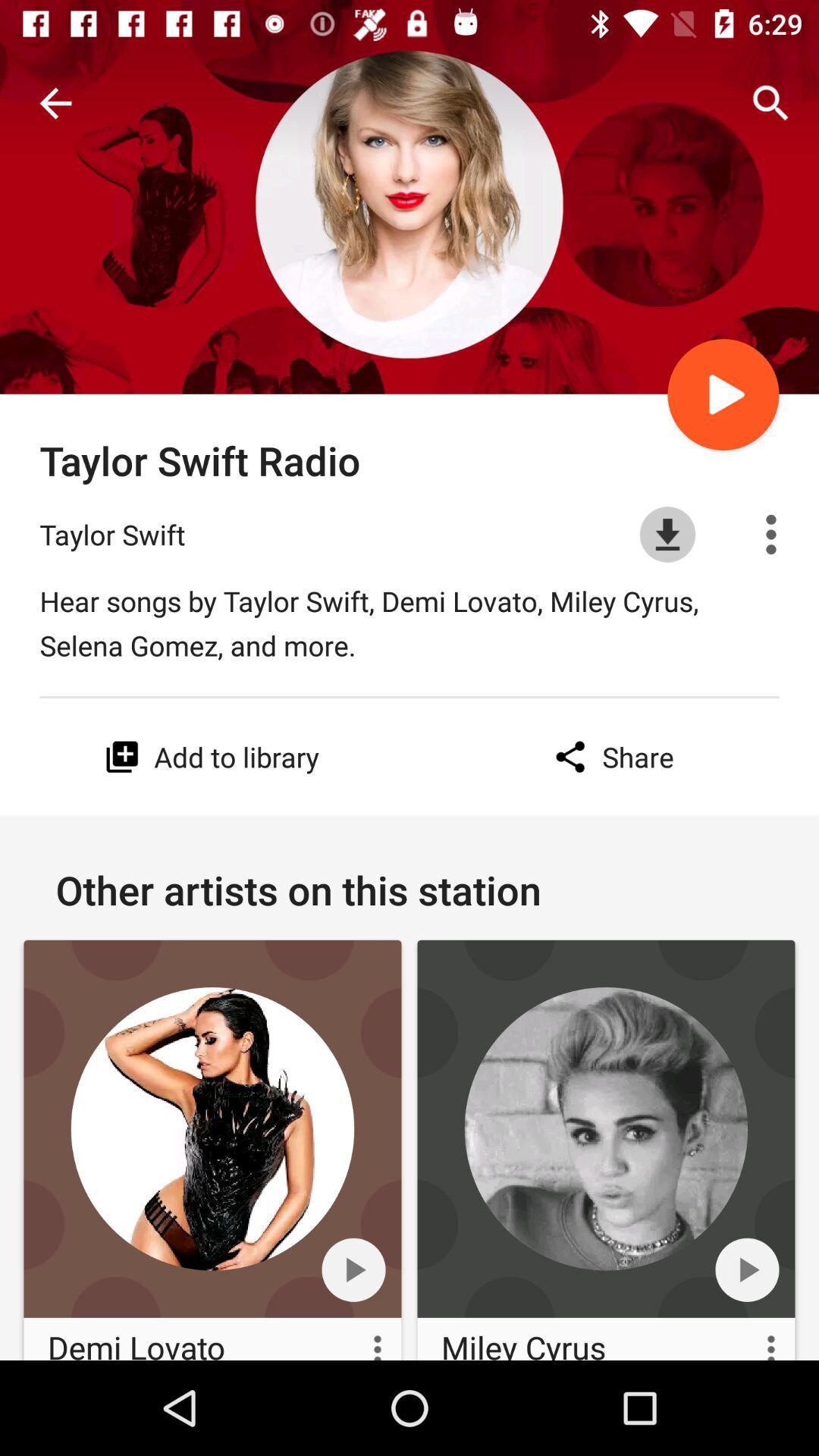 This screenshot has height=1456, width=819. What do you see at coordinates (771, 103) in the screenshot?
I see `the search button` at bounding box center [771, 103].